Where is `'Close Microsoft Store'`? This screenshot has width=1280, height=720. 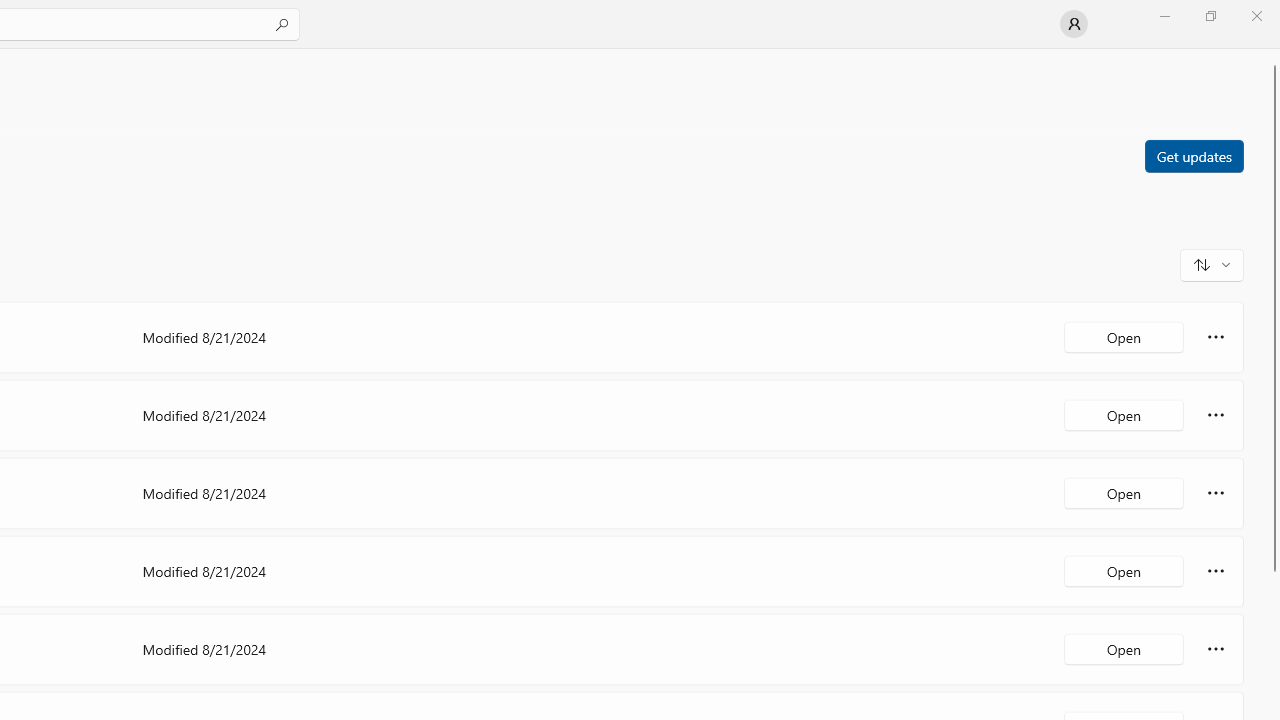 'Close Microsoft Store' is located at coordinates (1255, 15).